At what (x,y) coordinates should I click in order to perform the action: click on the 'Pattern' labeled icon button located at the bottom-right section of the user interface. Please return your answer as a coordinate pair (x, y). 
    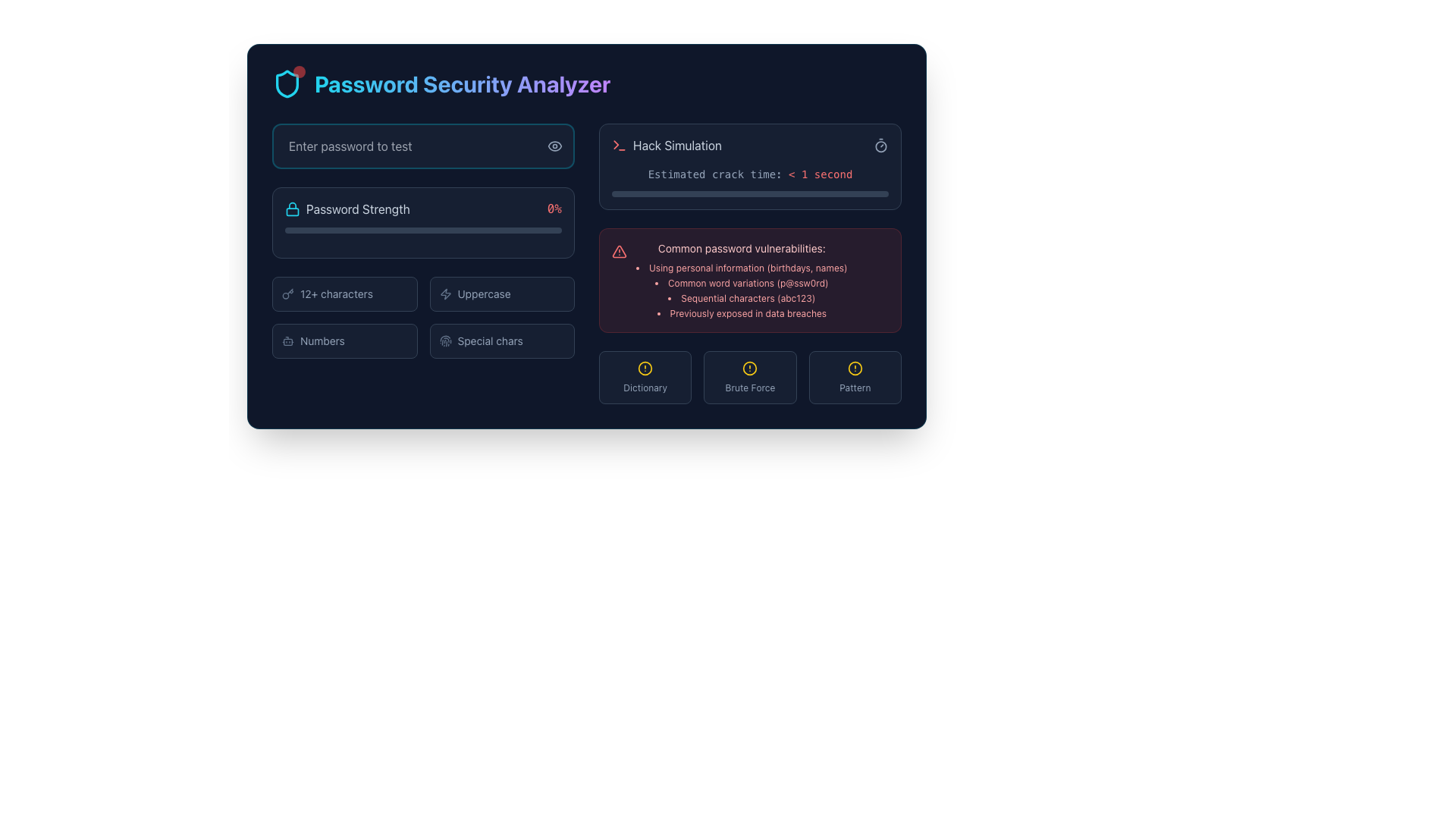
    Looking at the image, I should click on (855, 376).